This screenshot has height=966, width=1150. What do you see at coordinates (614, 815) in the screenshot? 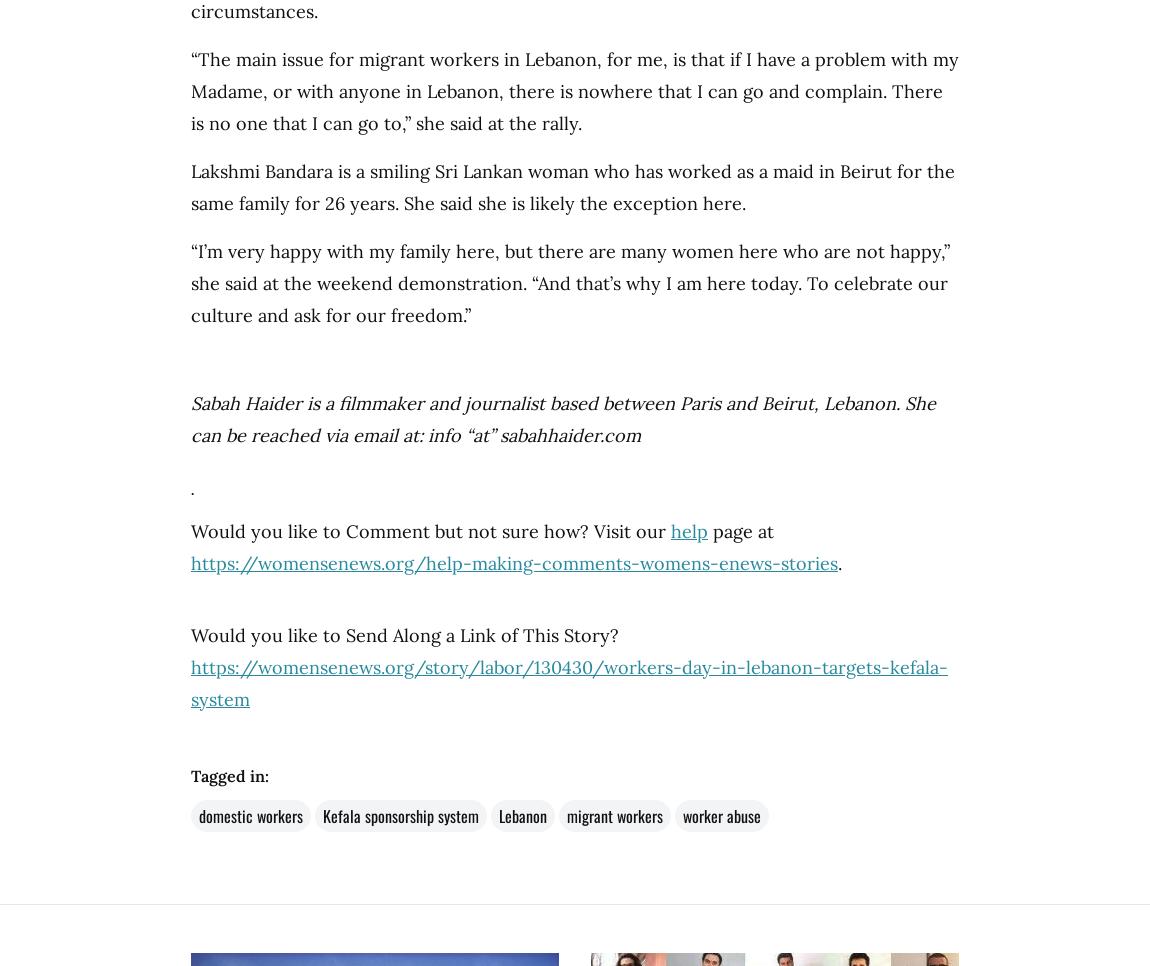
I see `'migrant workers'` at bounding box center [614, 815].